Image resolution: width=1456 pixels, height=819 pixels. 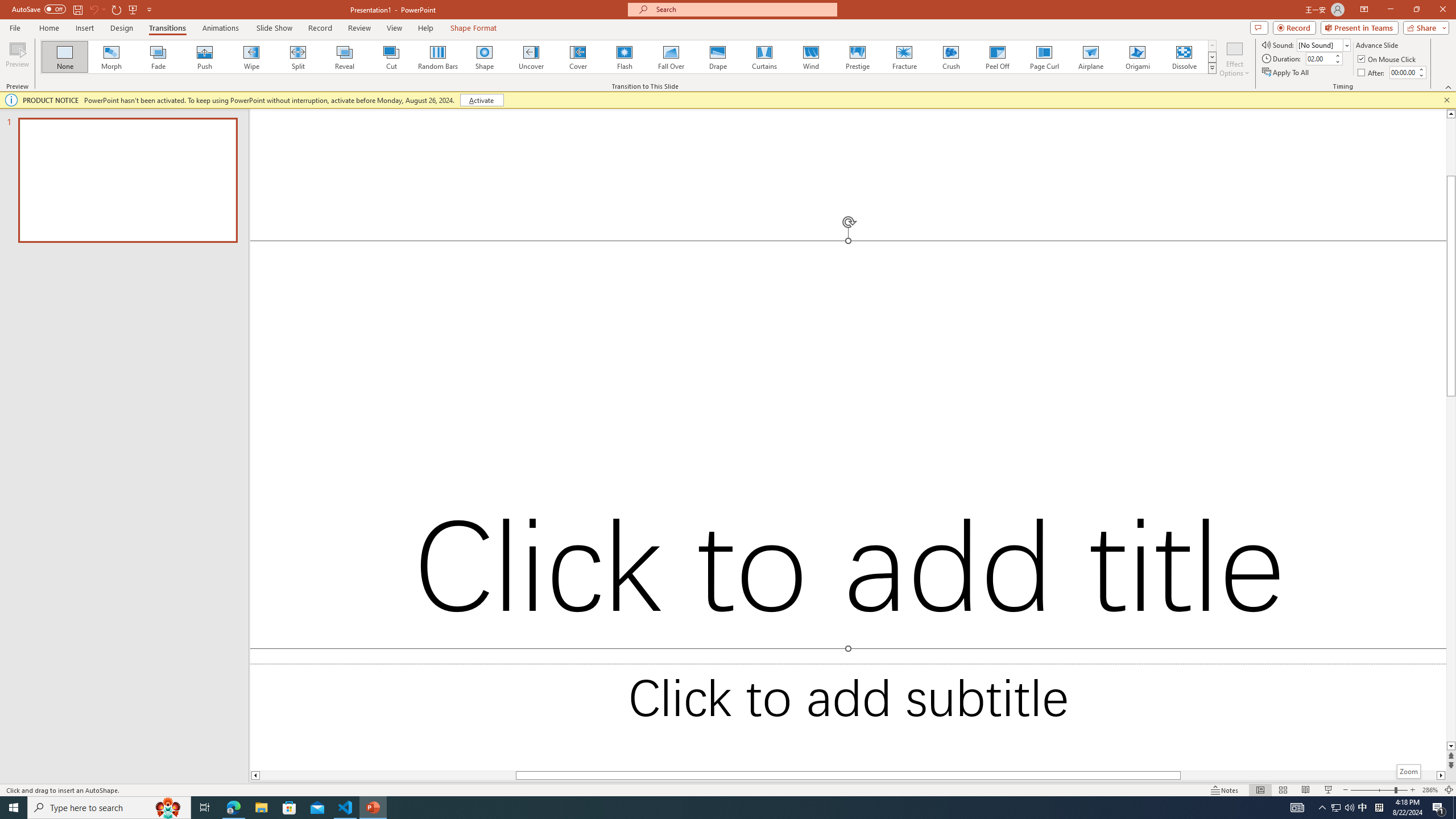 What do you see at coordinates (810, 56) in the screenshot?
I see `'Wind'` at bounding box center [810, 56].